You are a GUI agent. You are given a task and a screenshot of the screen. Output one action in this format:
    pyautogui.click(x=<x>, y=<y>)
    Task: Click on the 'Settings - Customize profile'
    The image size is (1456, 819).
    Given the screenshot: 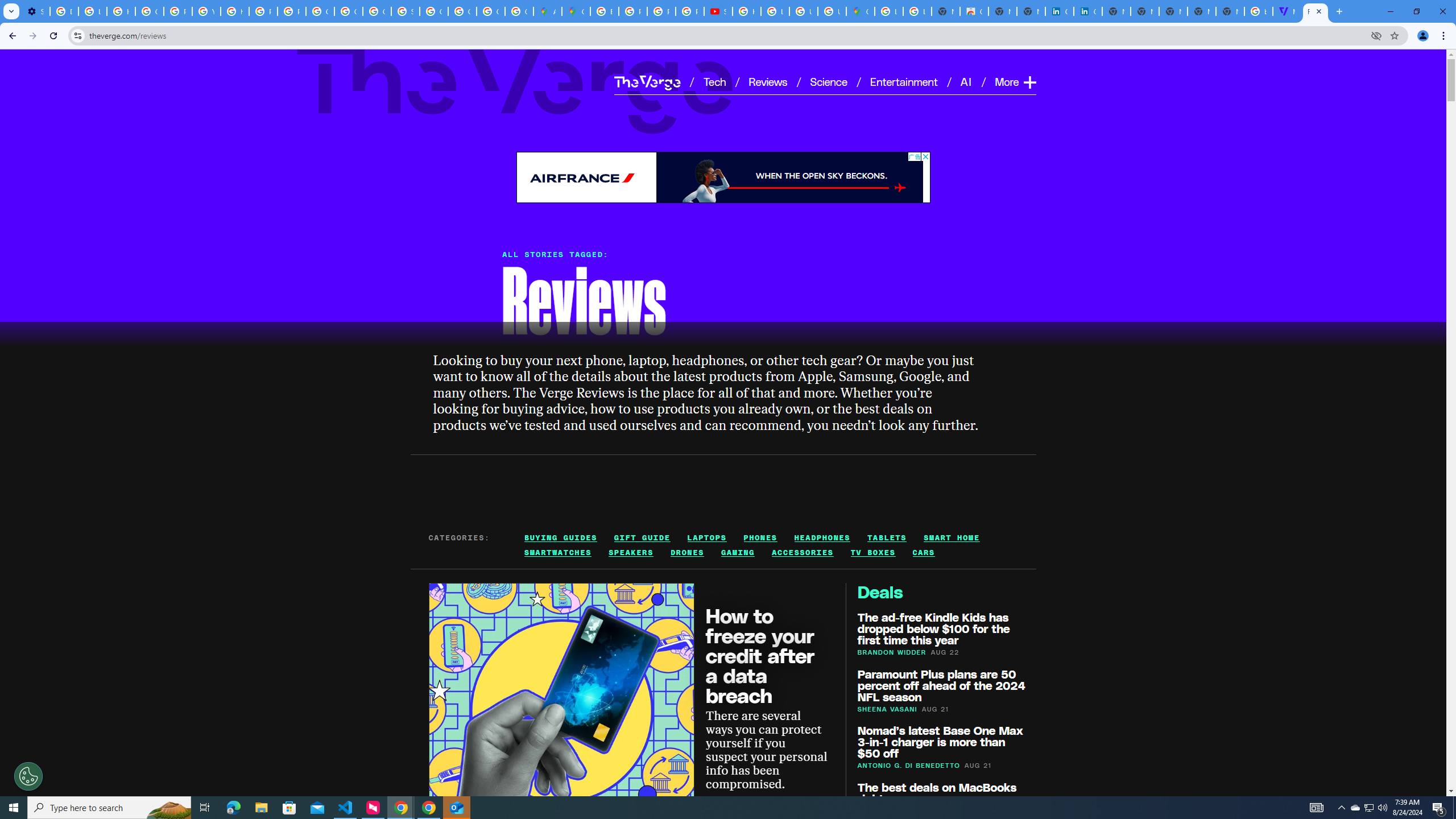 What is the action you would take?
    pyautogui.click(x=35, y=11)
    